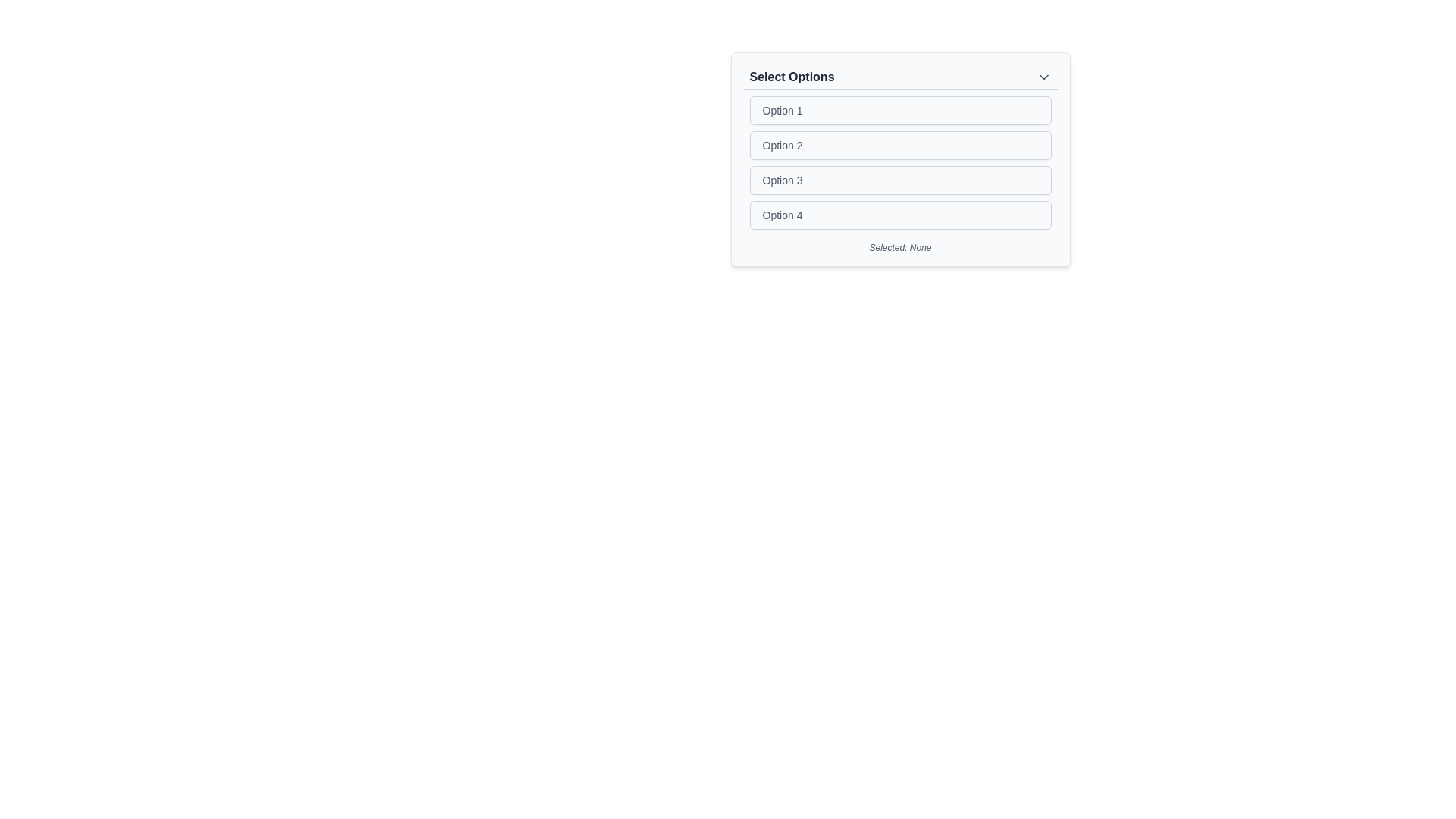  What do you see at coordinates (1043, 77) in the screenshot?
I see `the downward-pointing chevron icon located at the far-right end of the 'Select Options' row` at bounding box center [1043, 77].